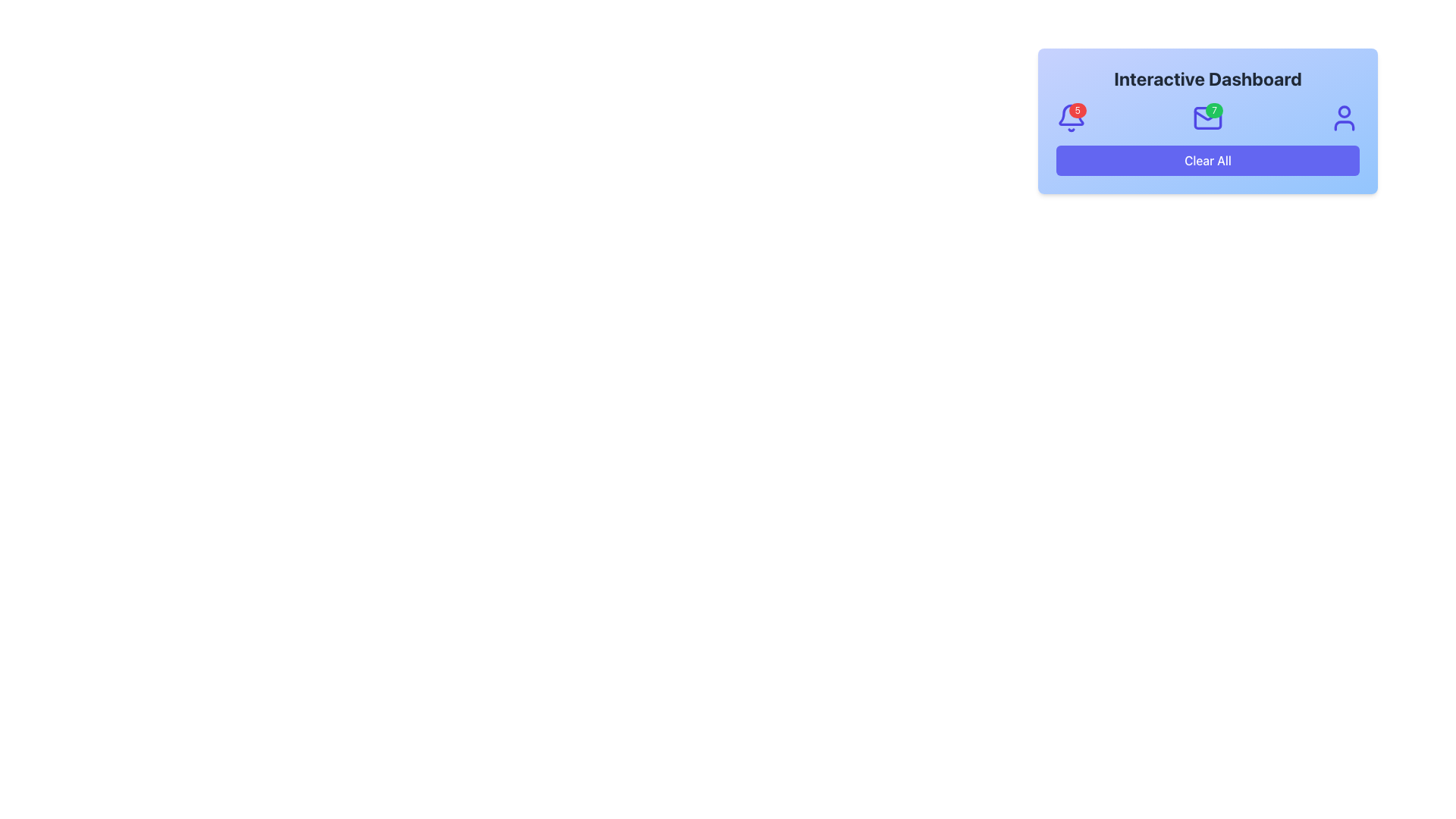 The image size is (1456, 819). What do you see at coordinates (1344, 110) in the screenshot?
I see `the SVG Circle Element representing the user icon, located at the top-right corner of the dashboard interface` at bounding box center [1344, 110].